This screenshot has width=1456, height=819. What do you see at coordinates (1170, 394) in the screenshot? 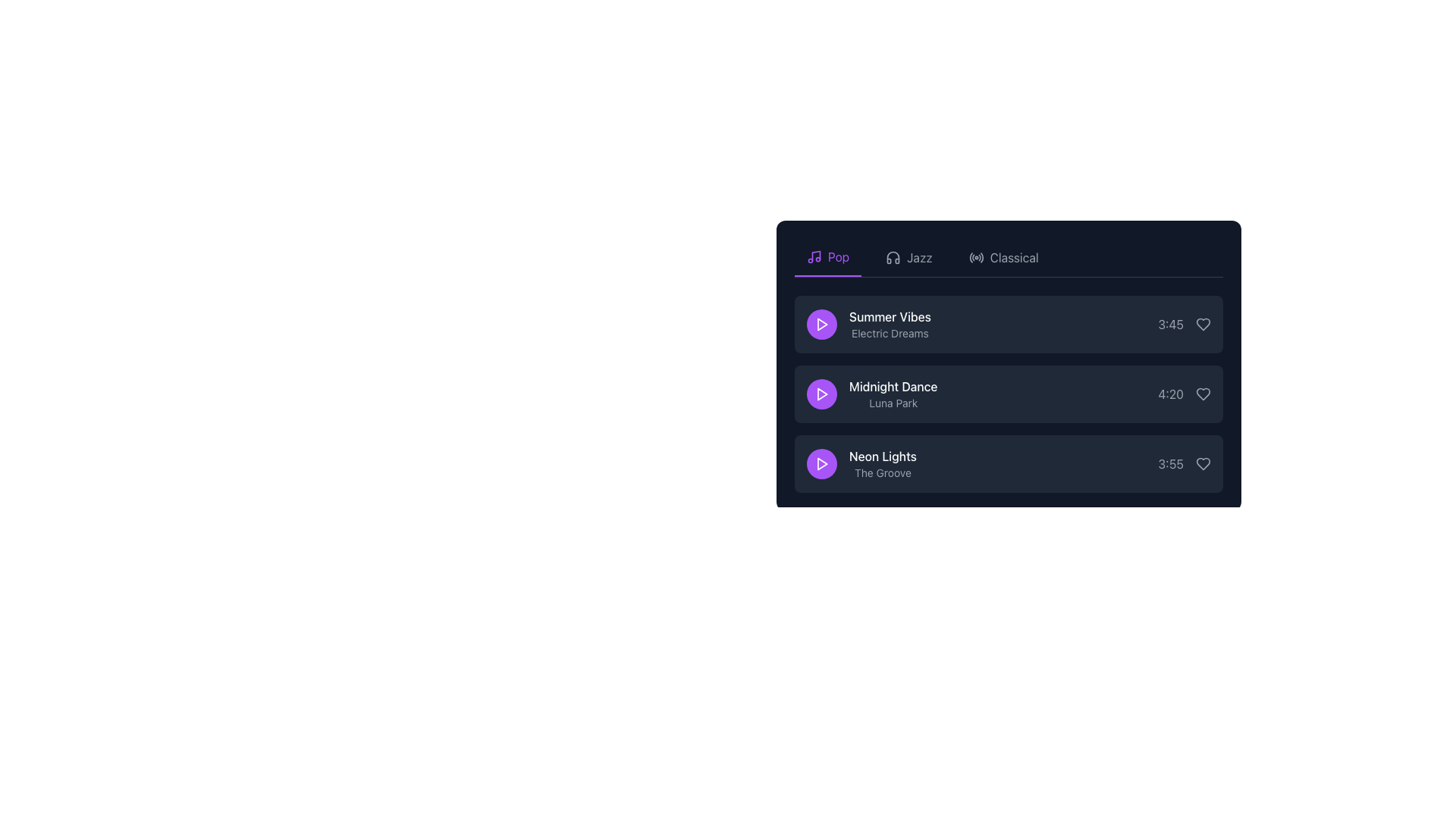
I see `the duration text of the music track 'Midnight Dance', located in the second row of the track list, just before the heart icon` at bounding box center [1170, 394].